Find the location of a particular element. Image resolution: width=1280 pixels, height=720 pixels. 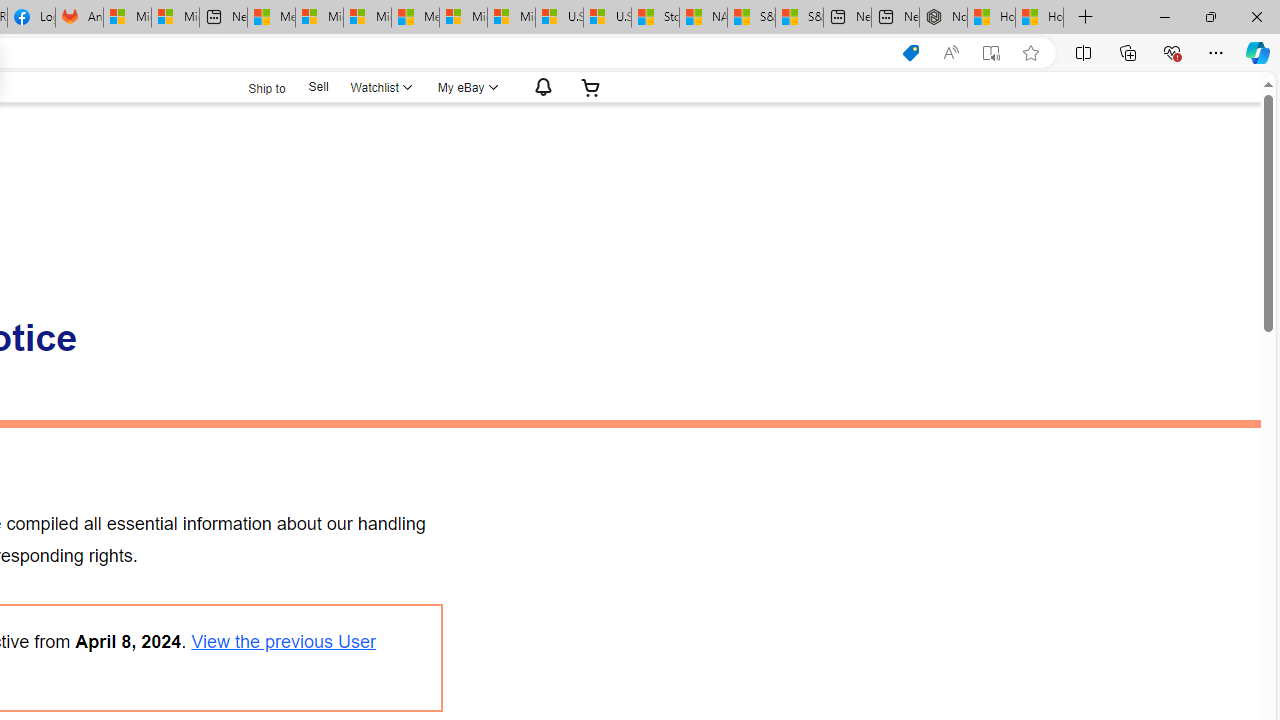

'AutomationID: gh-eb-Alerts' is located at coordinates (540, 86).